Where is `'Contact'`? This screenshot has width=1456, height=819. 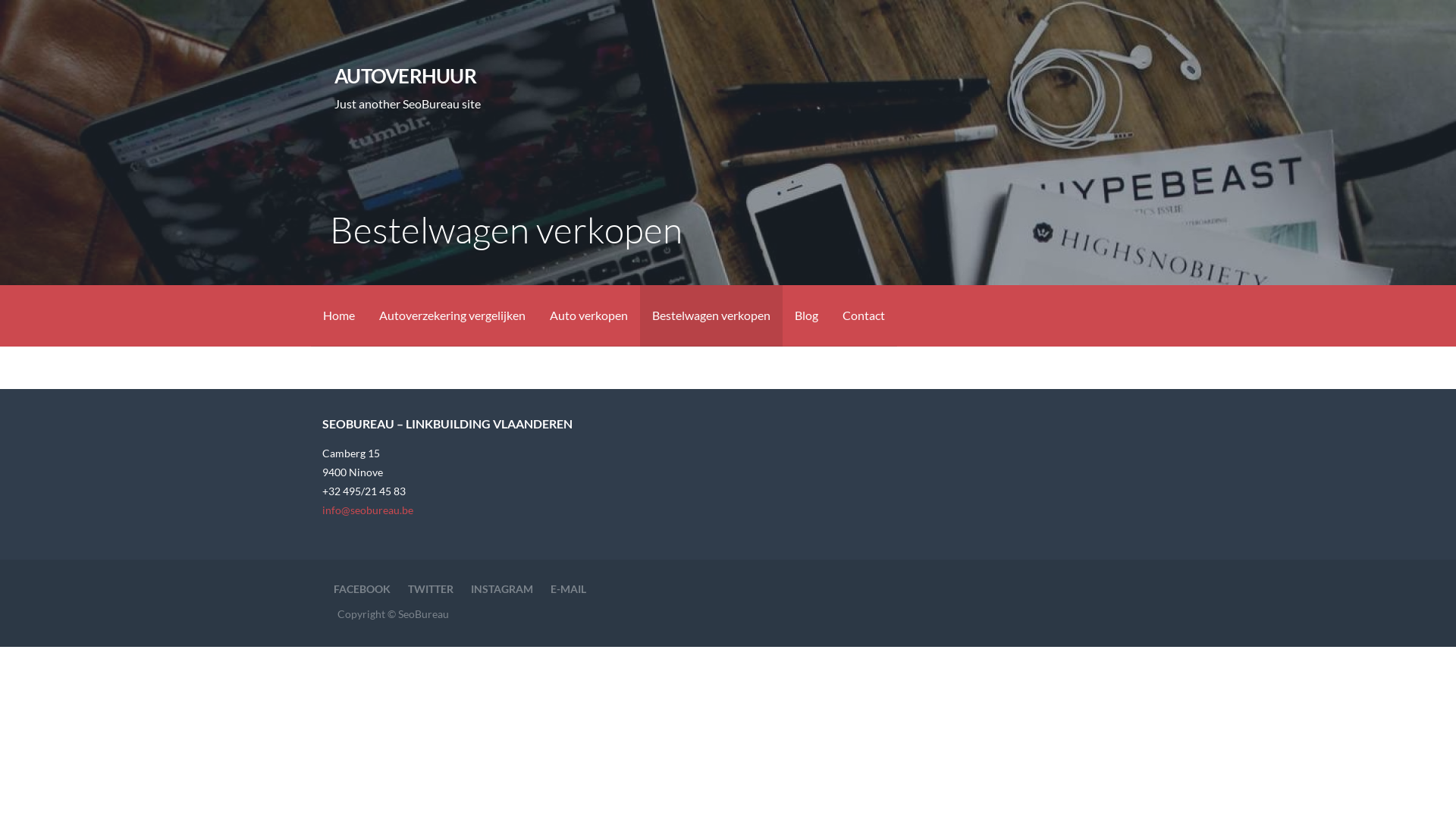 'Contact' is located at coordinates (829, 315).